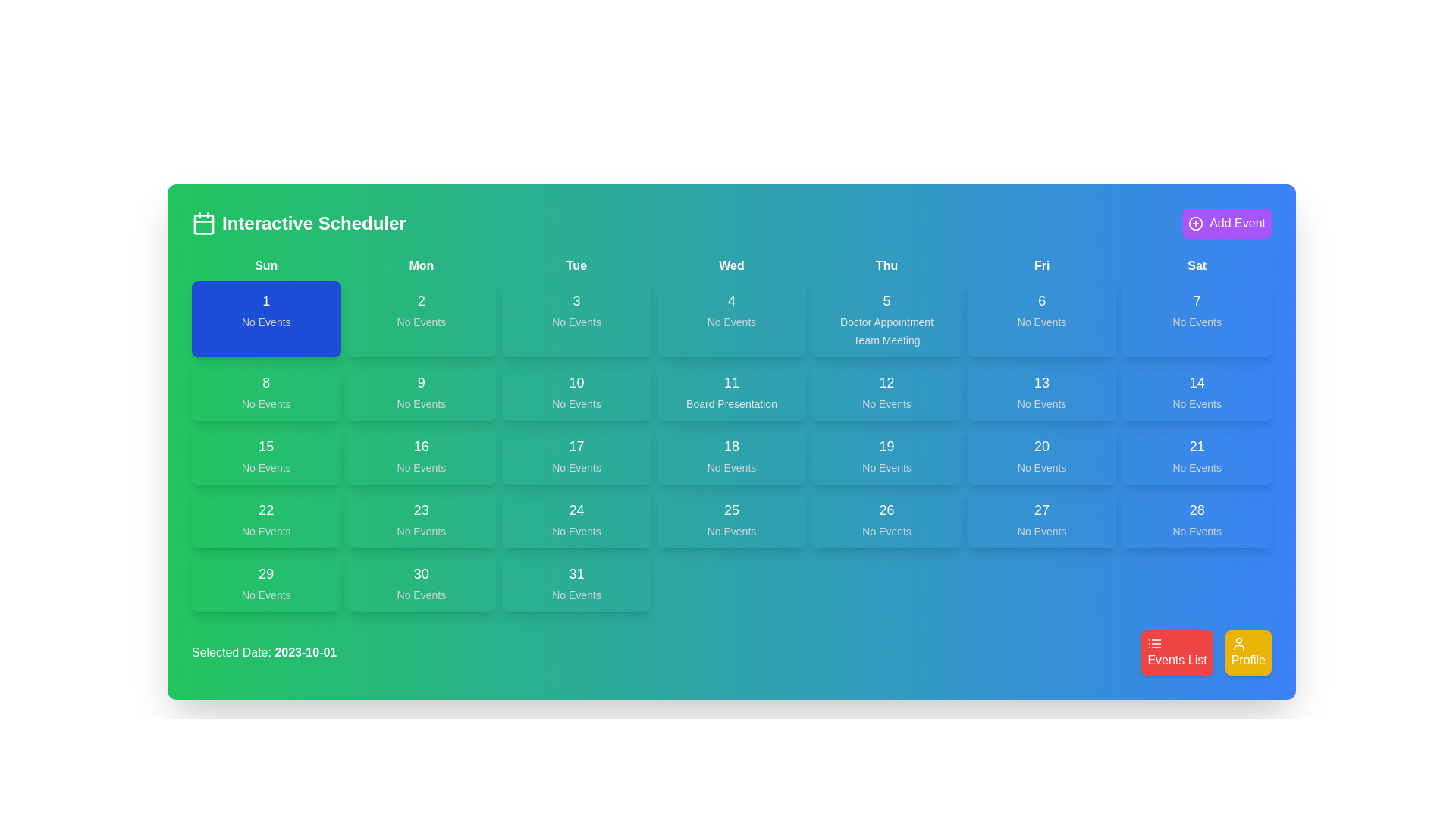 The width and height of the screenshot is (1456, 819). I want to click on the title text label of the interactive scheduling interface, which indicates the page's purpose and is located in the upper-left corner adjacent to a calendar icon, so click(313, 223).